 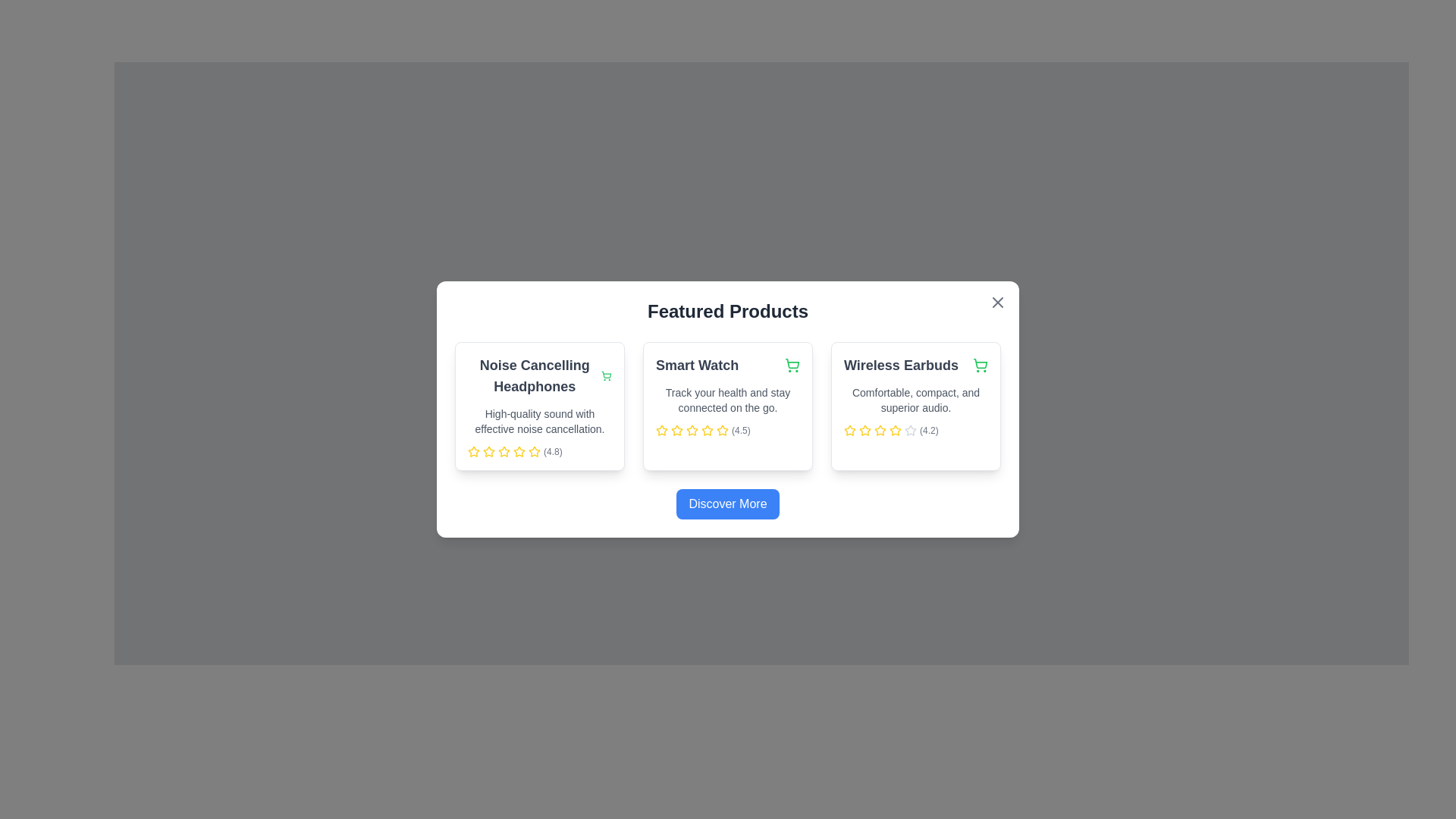 I want to click on the third star icon in the five-star rating system for the product 'Smart Watch', so click(x=691, y=430).